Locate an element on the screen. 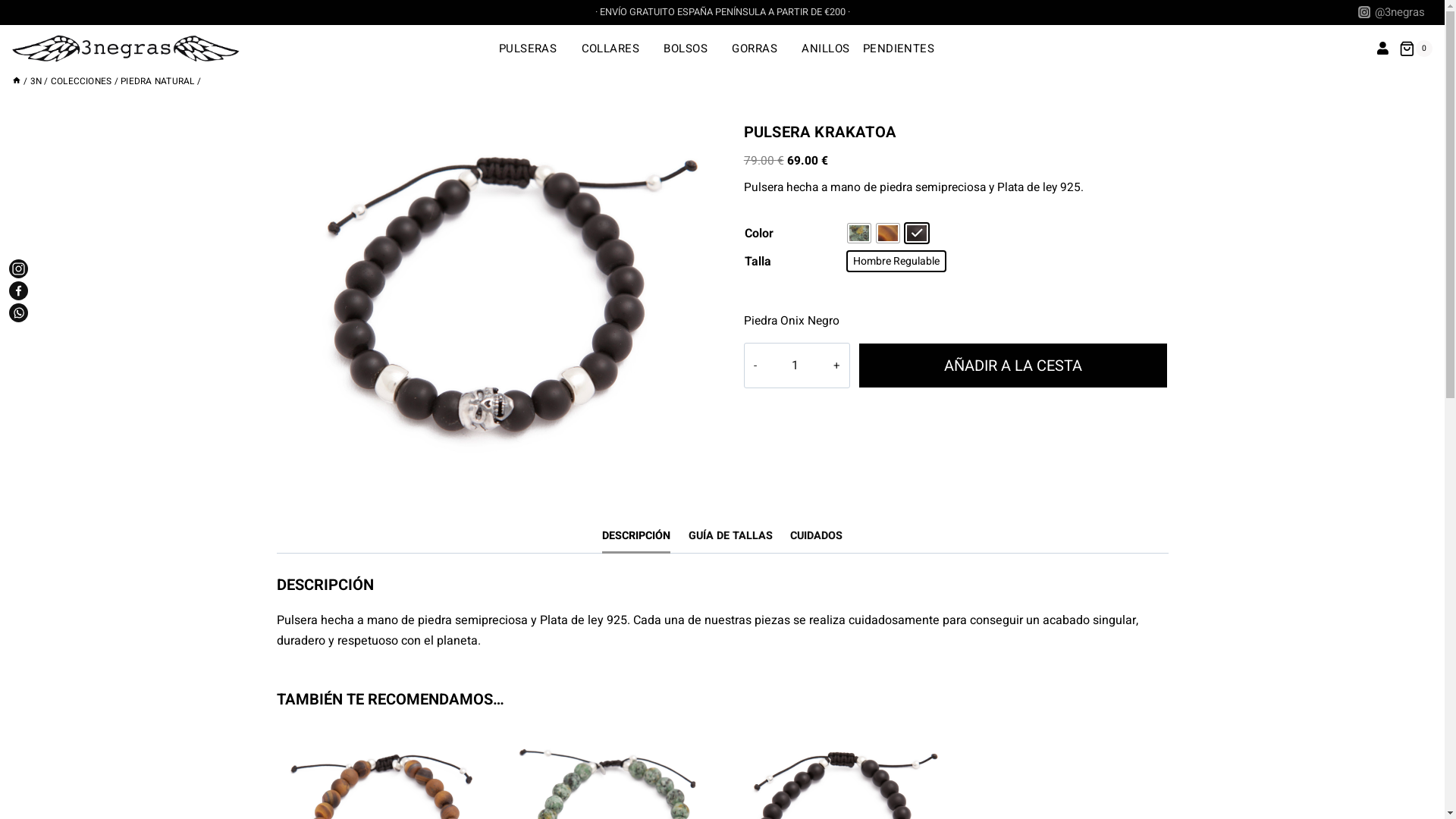 The image size is (1456, 819). 'ANILLOS' is located at coordinates (825, 48).